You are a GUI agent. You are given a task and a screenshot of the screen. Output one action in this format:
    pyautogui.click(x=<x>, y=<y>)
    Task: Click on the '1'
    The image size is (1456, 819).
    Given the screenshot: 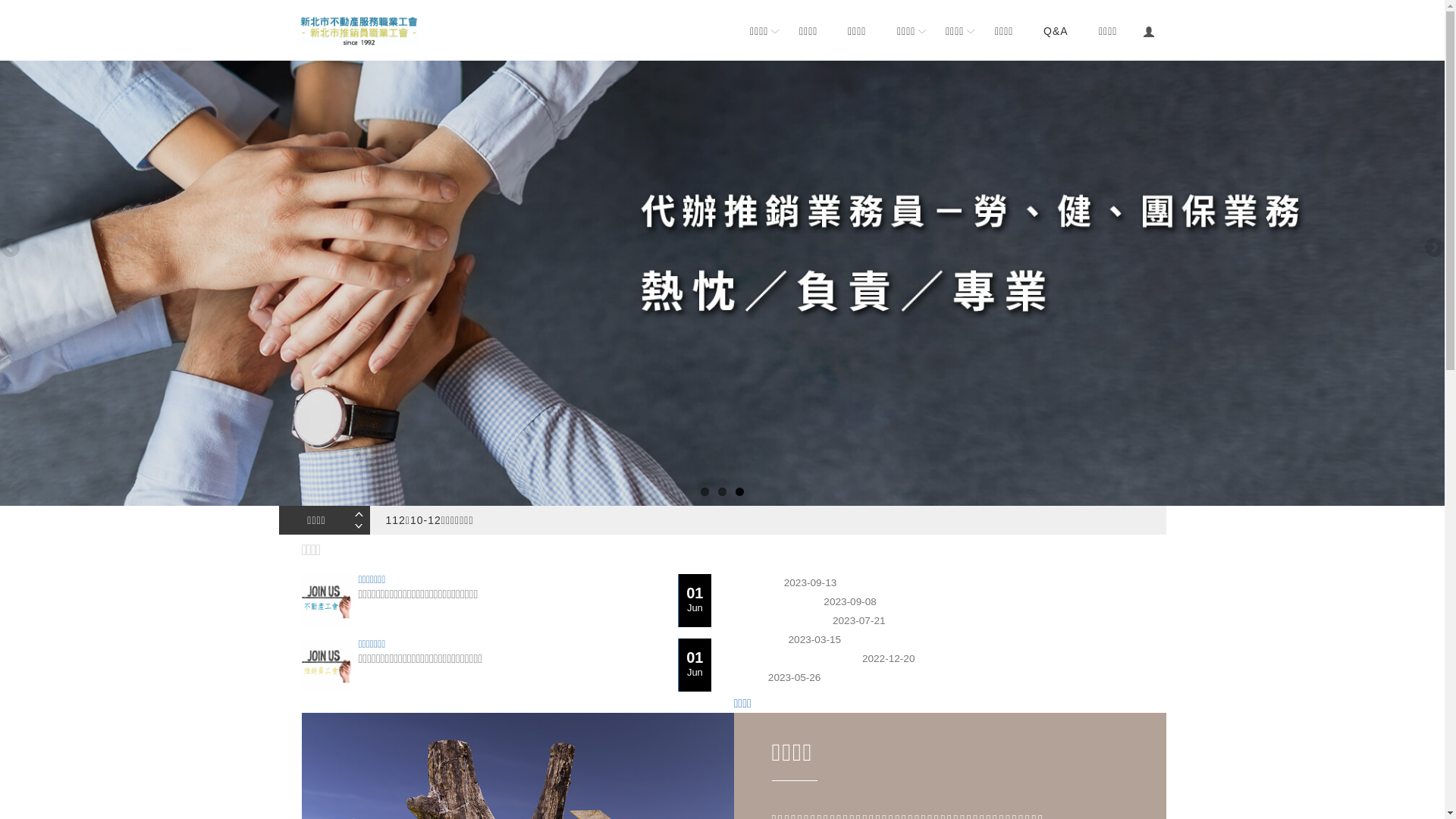 What is the action you would take?
    pyautogui.click(x=704, y=491)
    